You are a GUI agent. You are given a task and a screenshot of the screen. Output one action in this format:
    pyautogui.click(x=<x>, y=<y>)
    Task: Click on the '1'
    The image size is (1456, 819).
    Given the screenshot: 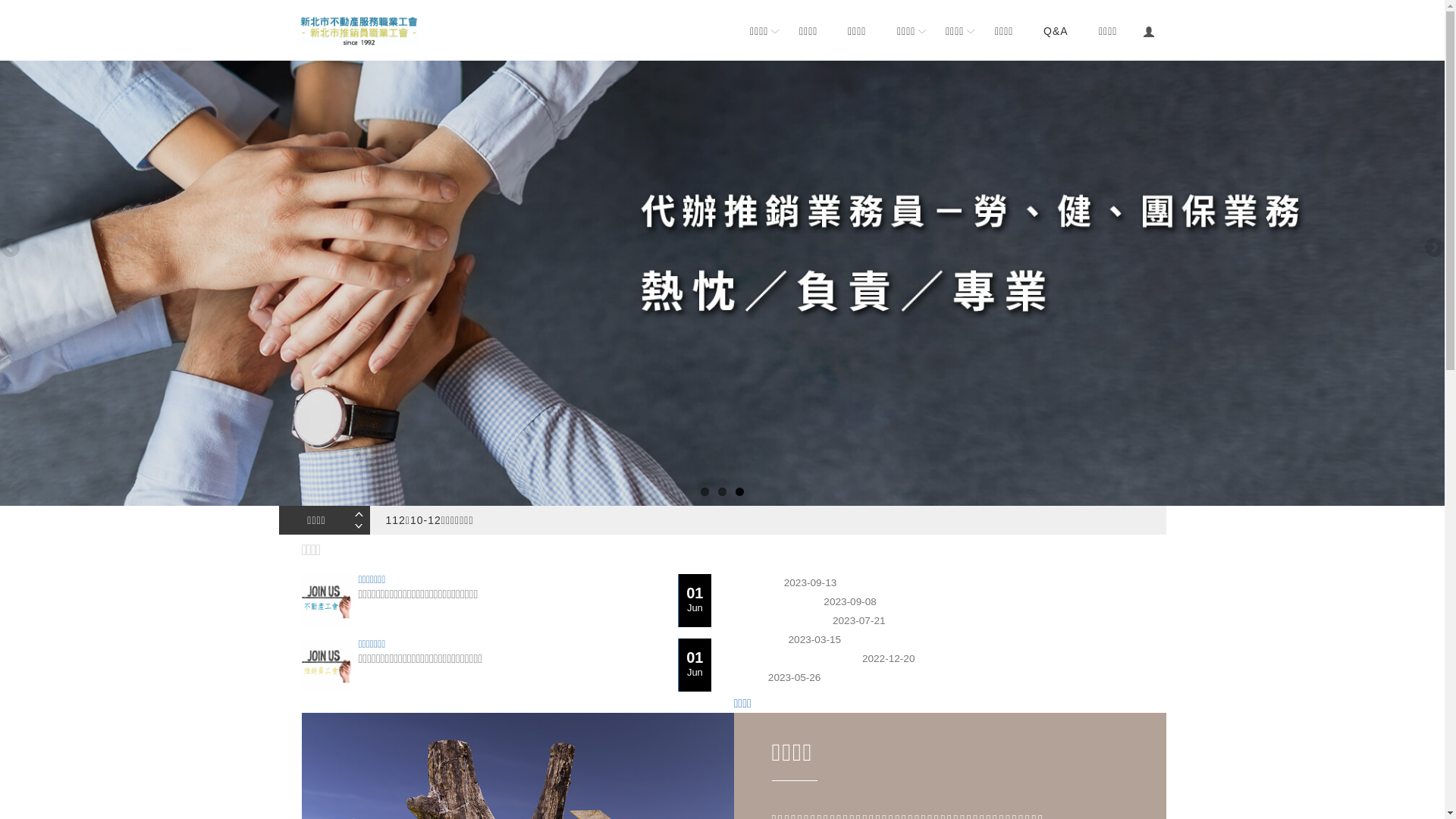 What is the action you would take?
    pyautogui.click(x=704, y=491)
    